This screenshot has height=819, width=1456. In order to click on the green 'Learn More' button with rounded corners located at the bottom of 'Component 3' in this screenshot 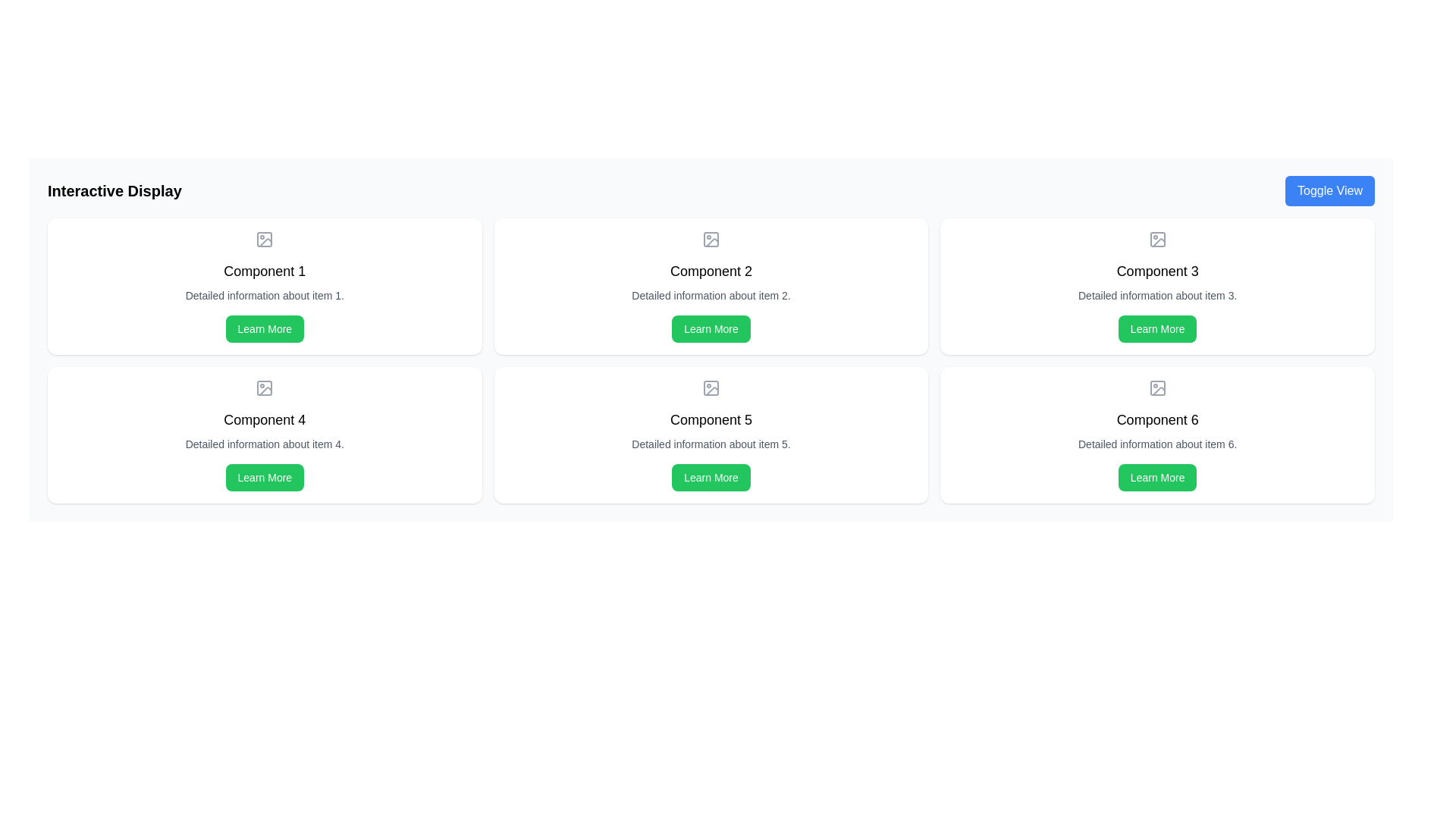, I will do `click(1156, 328)`.